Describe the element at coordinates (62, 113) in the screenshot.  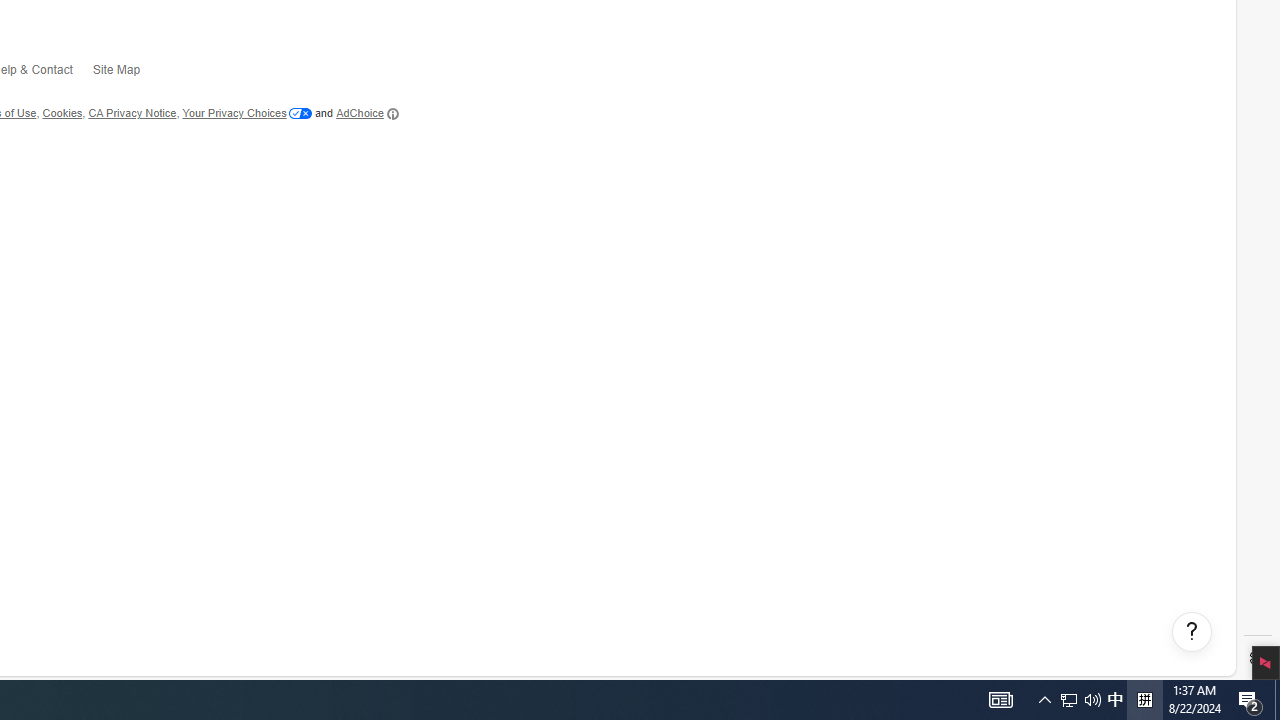
I see `'Cookies'` at that location.